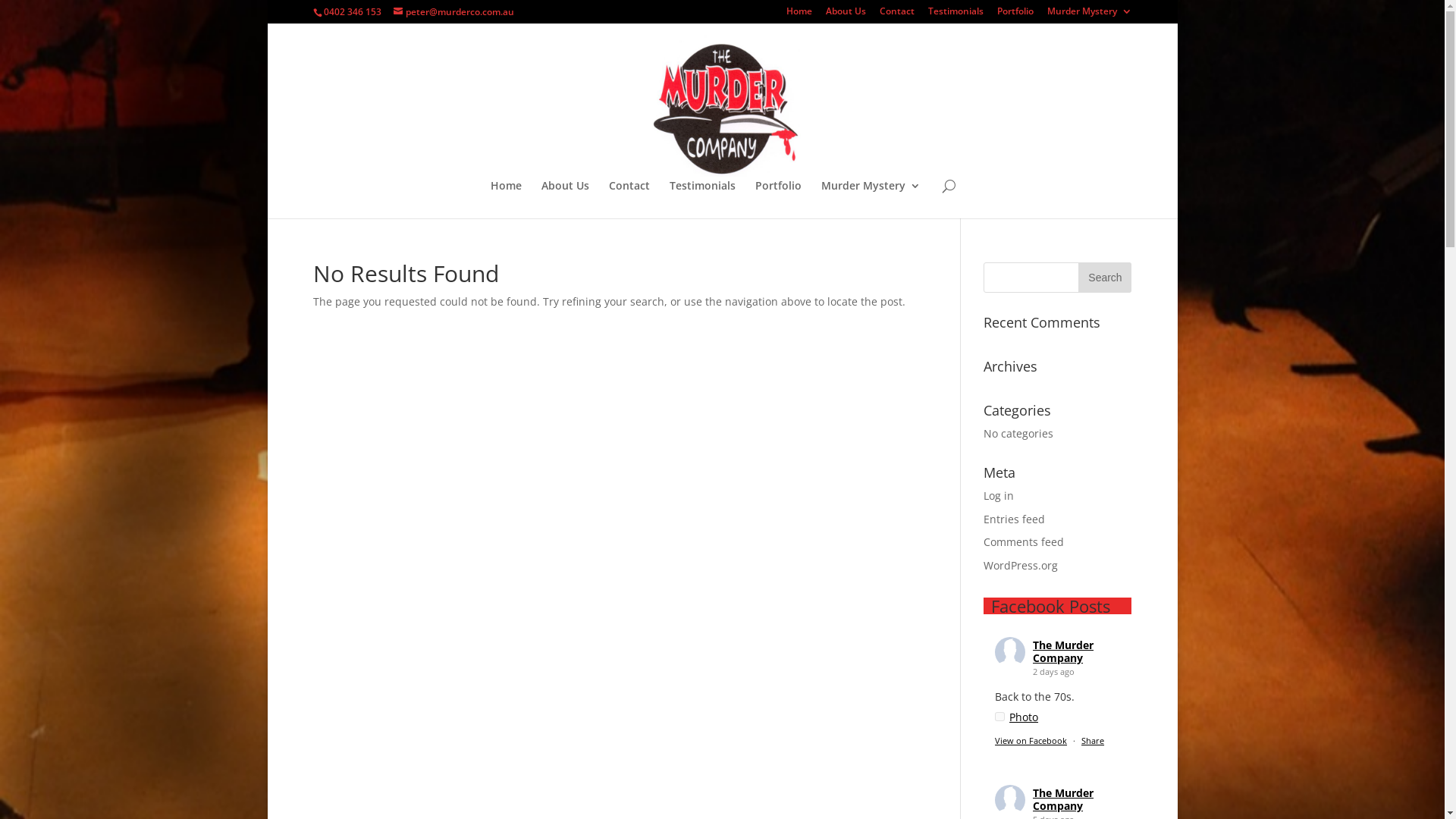 Image resolution: width=1456 pixels, height=819 pixels. Describe the element at coordinates (778, 198) in the screenshot. I see `'Portfolio'` at that location.